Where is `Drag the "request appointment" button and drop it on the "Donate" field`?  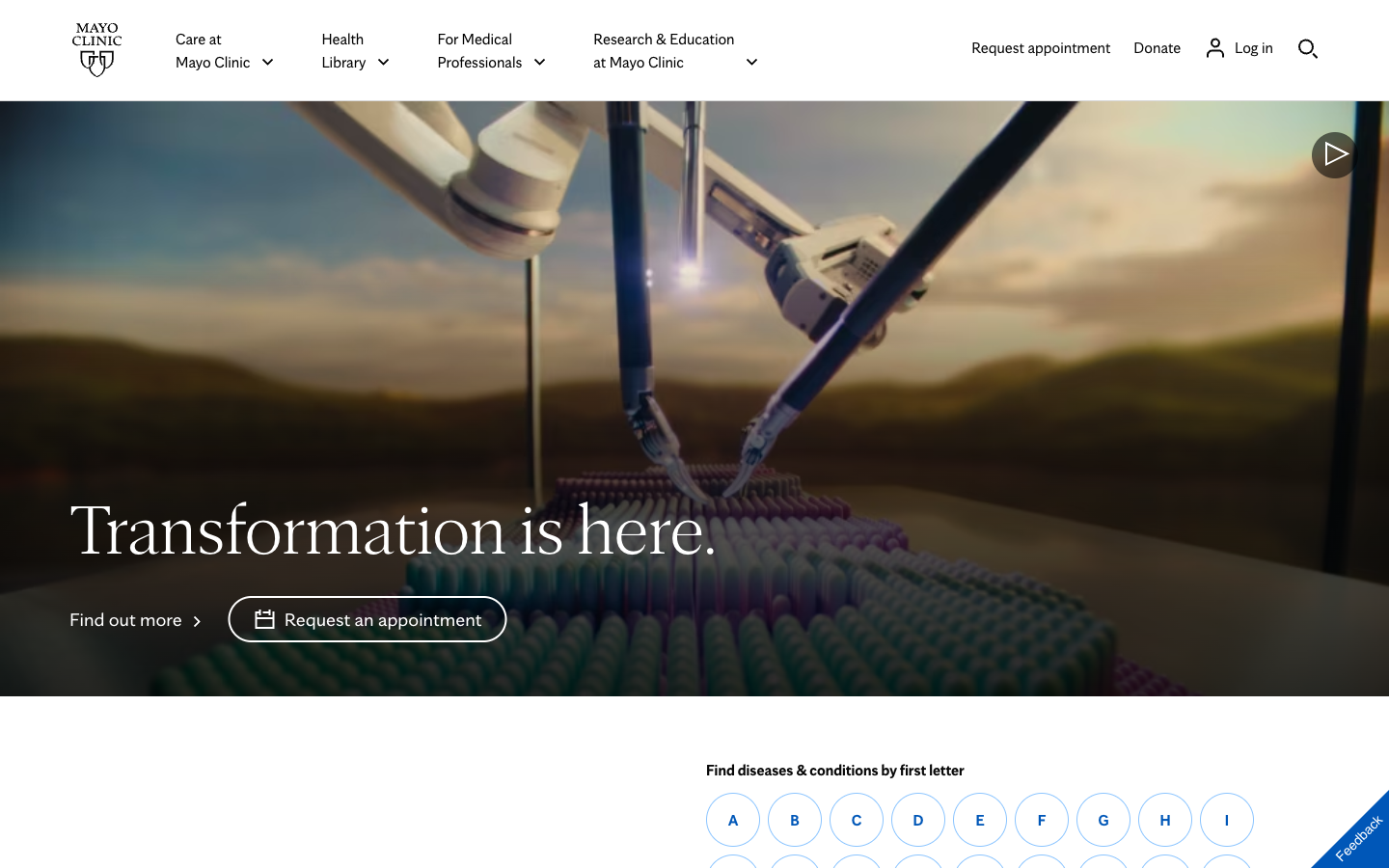 Drag the "request appointment" button and drop it on the "Donate" field is located at coordinates (1498731, 42532).